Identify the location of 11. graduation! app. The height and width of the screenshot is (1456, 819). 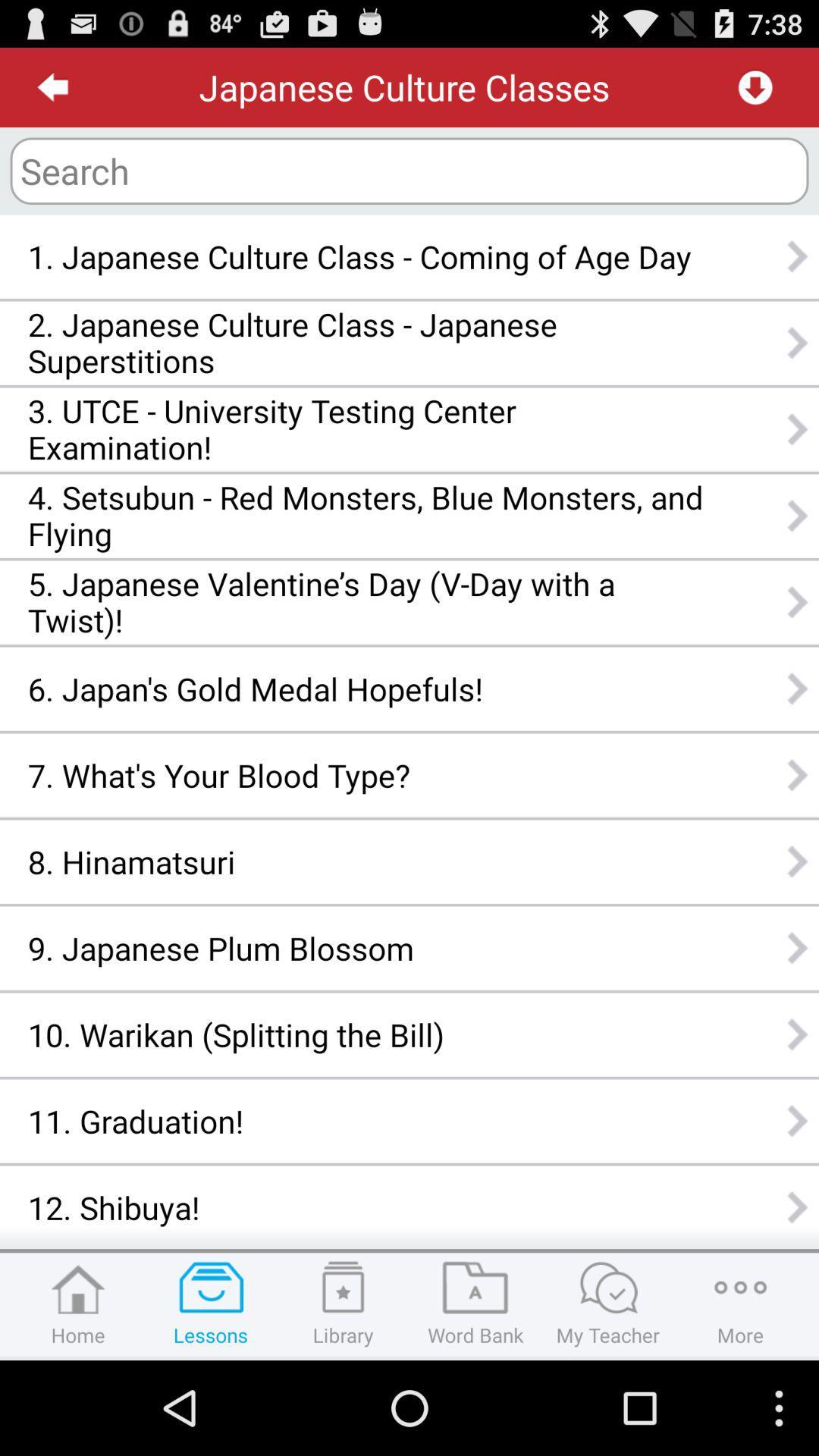
(366, 1121).